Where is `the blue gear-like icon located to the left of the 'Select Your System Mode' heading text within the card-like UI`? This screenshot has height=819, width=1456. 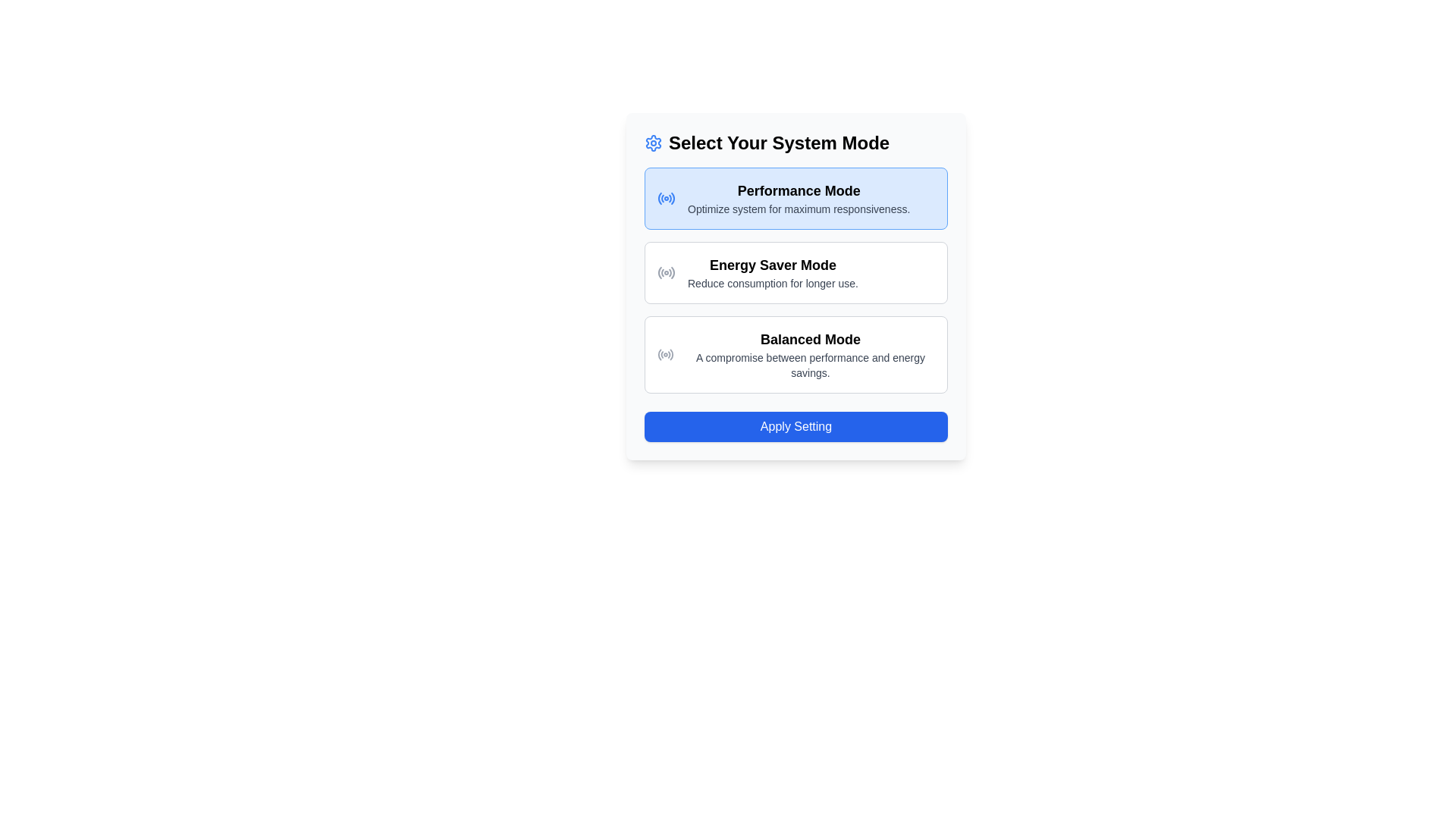
the blue gear-like icon located to the left of the 'Select Your System Mode' heading text within the card-like UI is located at coordinates (654, 143).